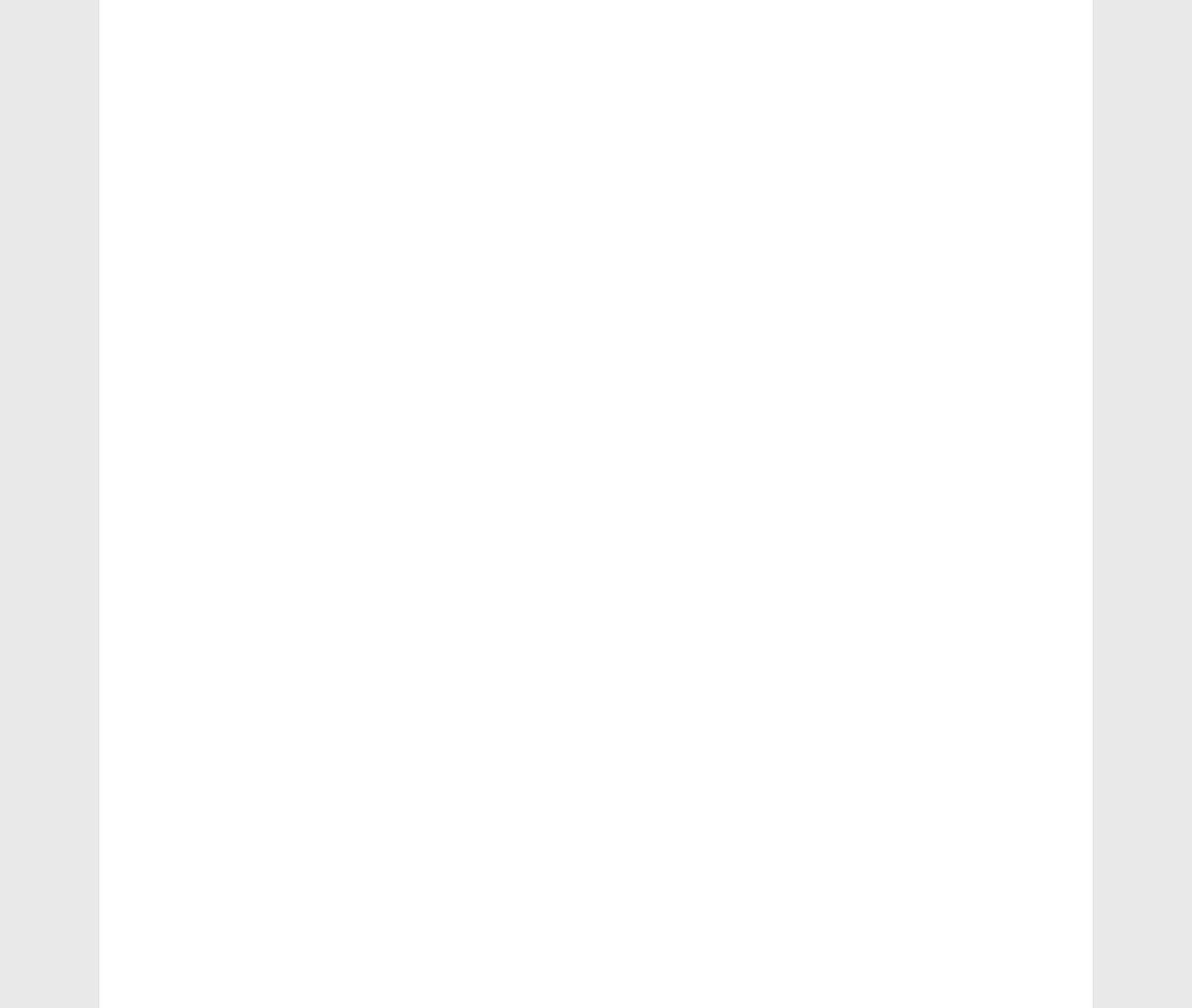  I want to click on 'Skating', so click(178, 962).